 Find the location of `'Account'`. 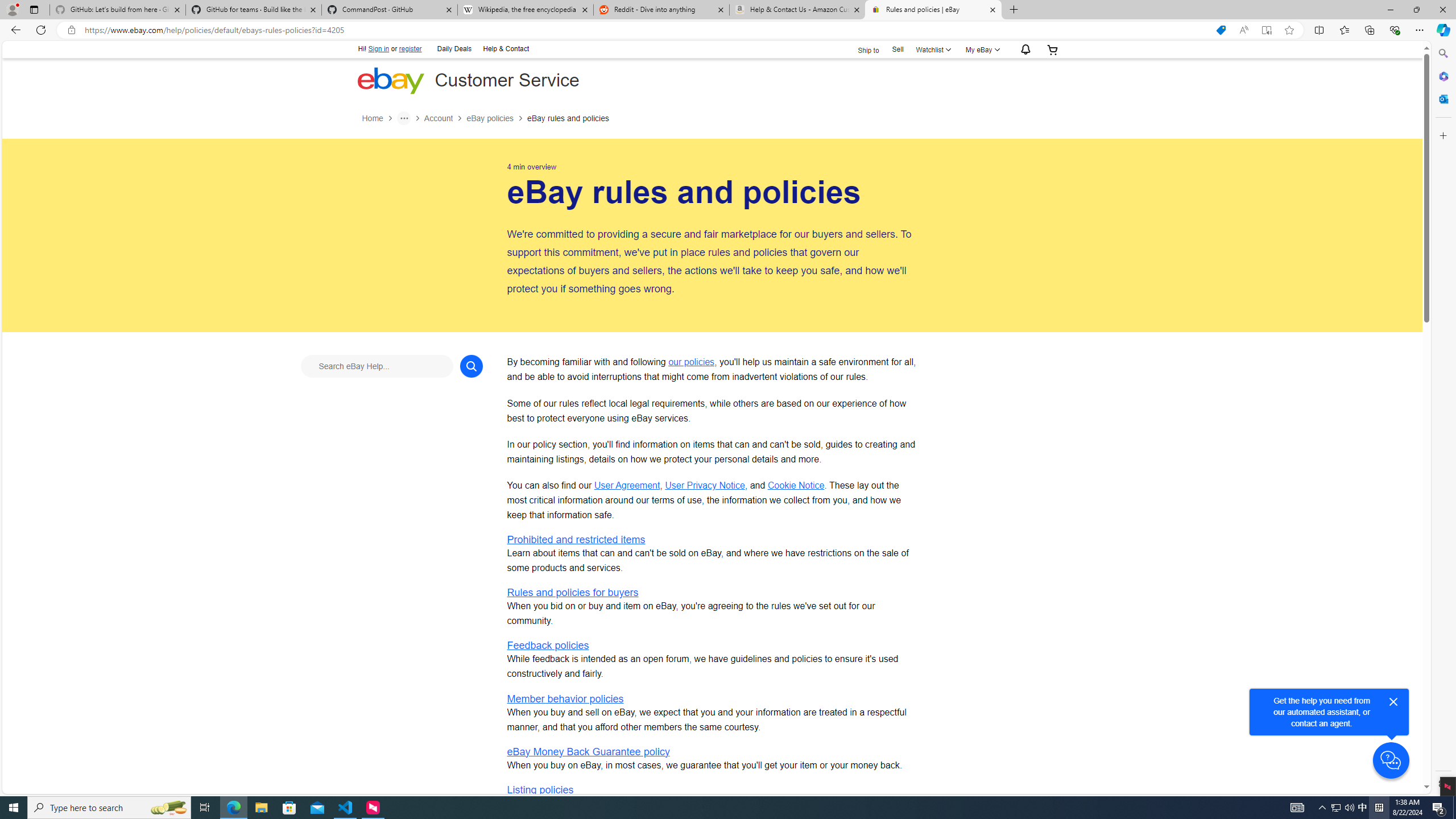

'Account' is located at coordinates (438, 118).